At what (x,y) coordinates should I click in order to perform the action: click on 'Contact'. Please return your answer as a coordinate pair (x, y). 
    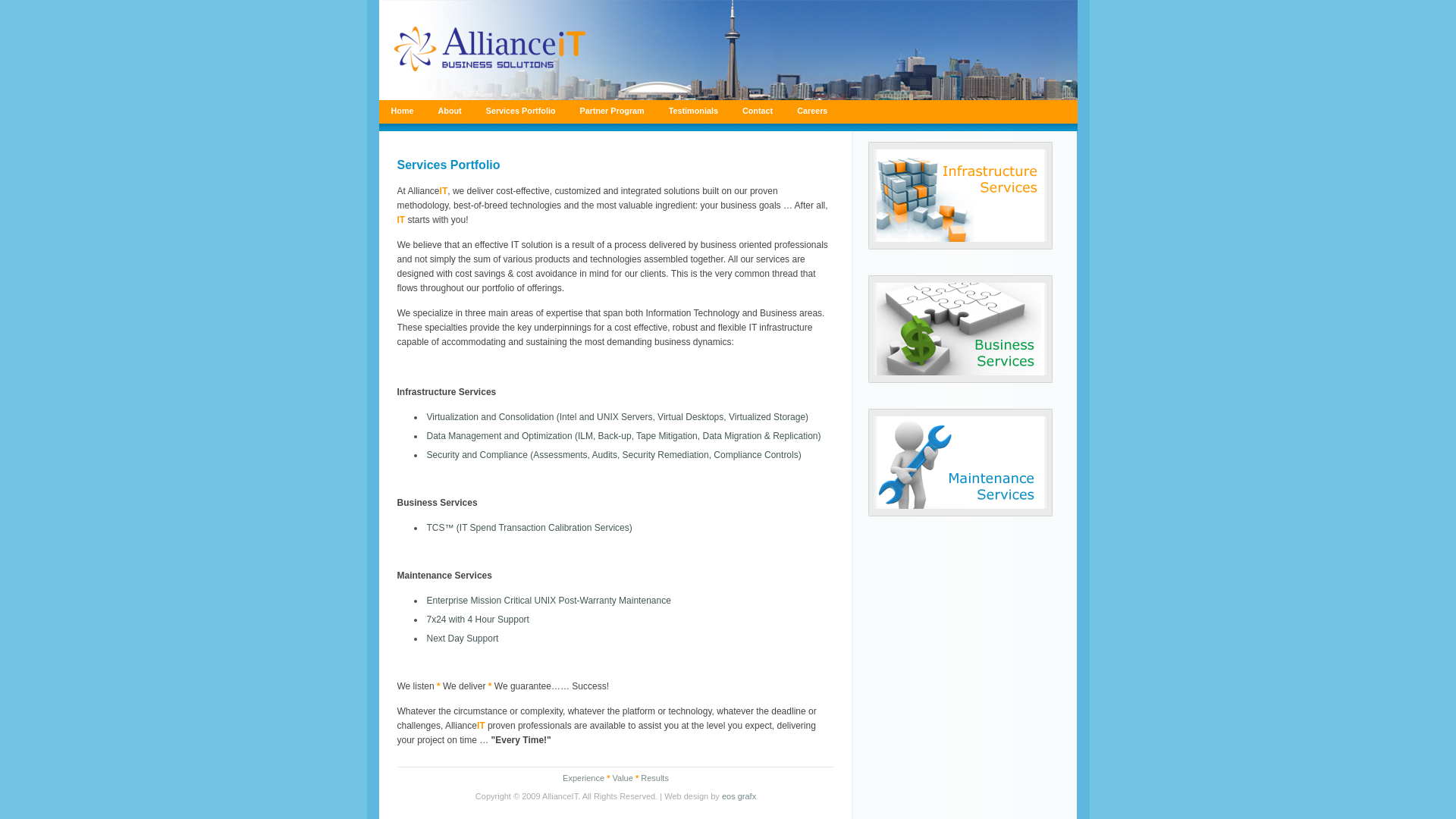
    Looking at the image, I should click on (730, 110).